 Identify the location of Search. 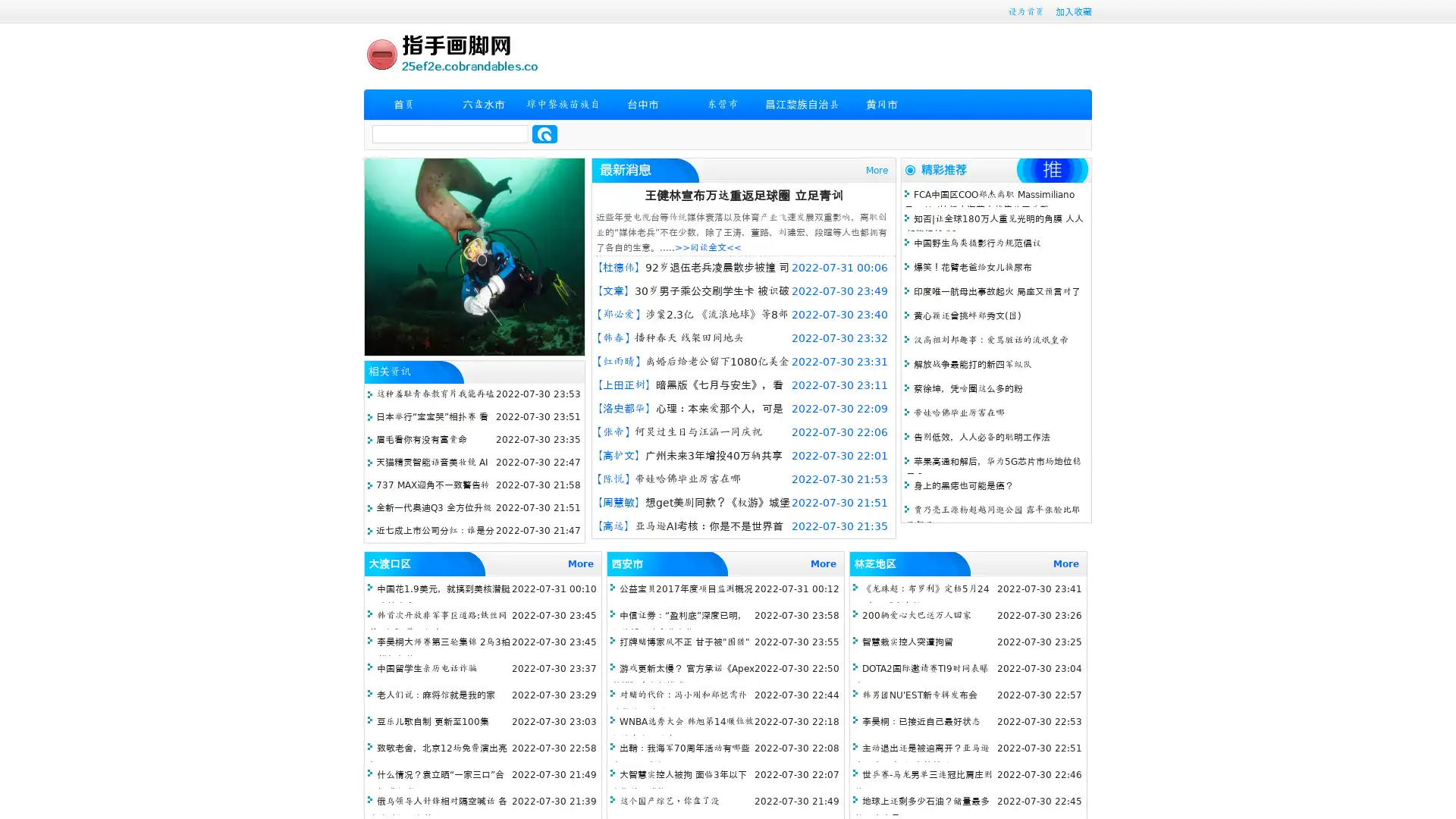
(544, 133).